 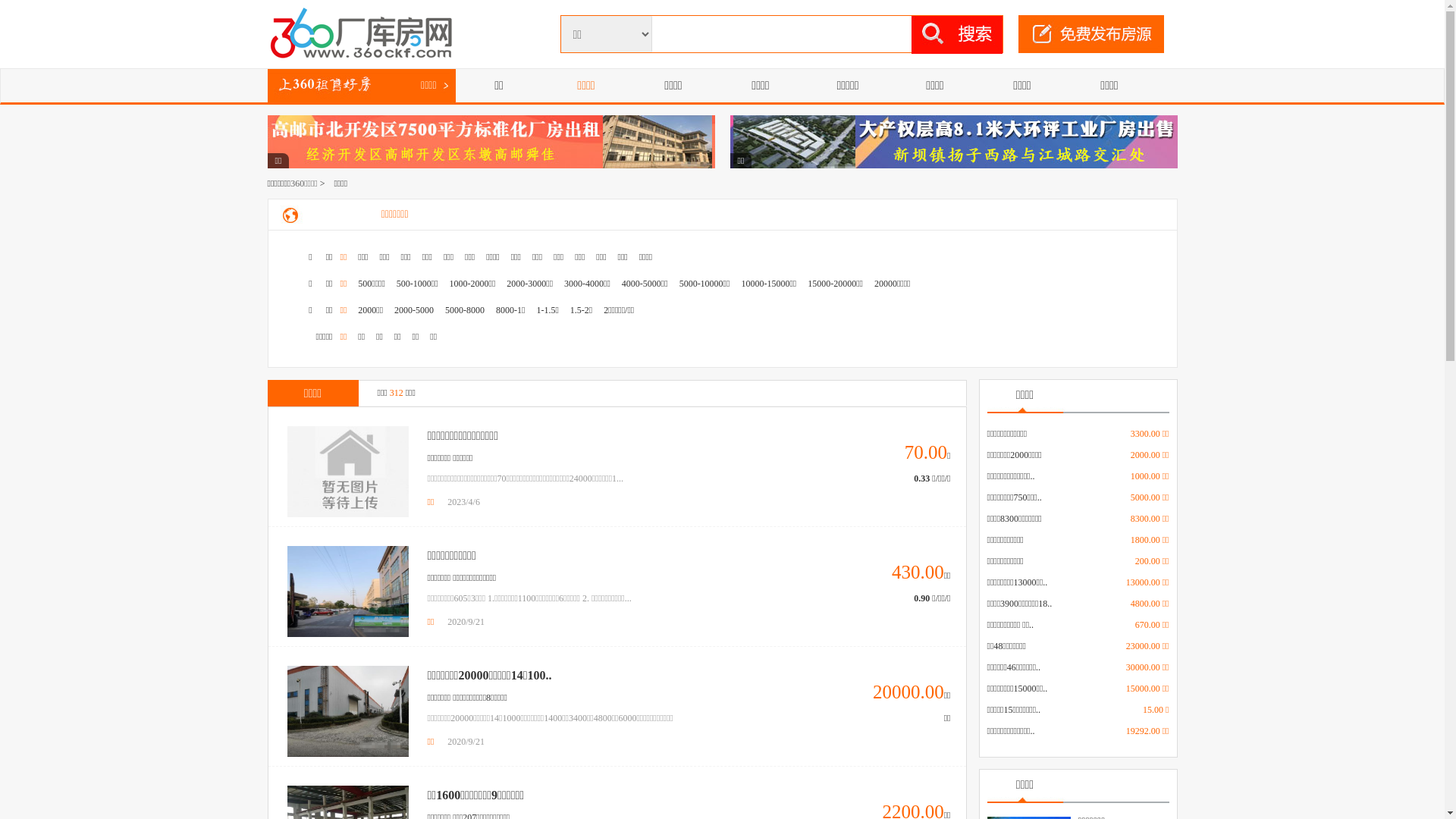 What do you see at coordinates (414, 309) in the screenshot?
I see `'2000-5000'` at bounding box center [414, 309].